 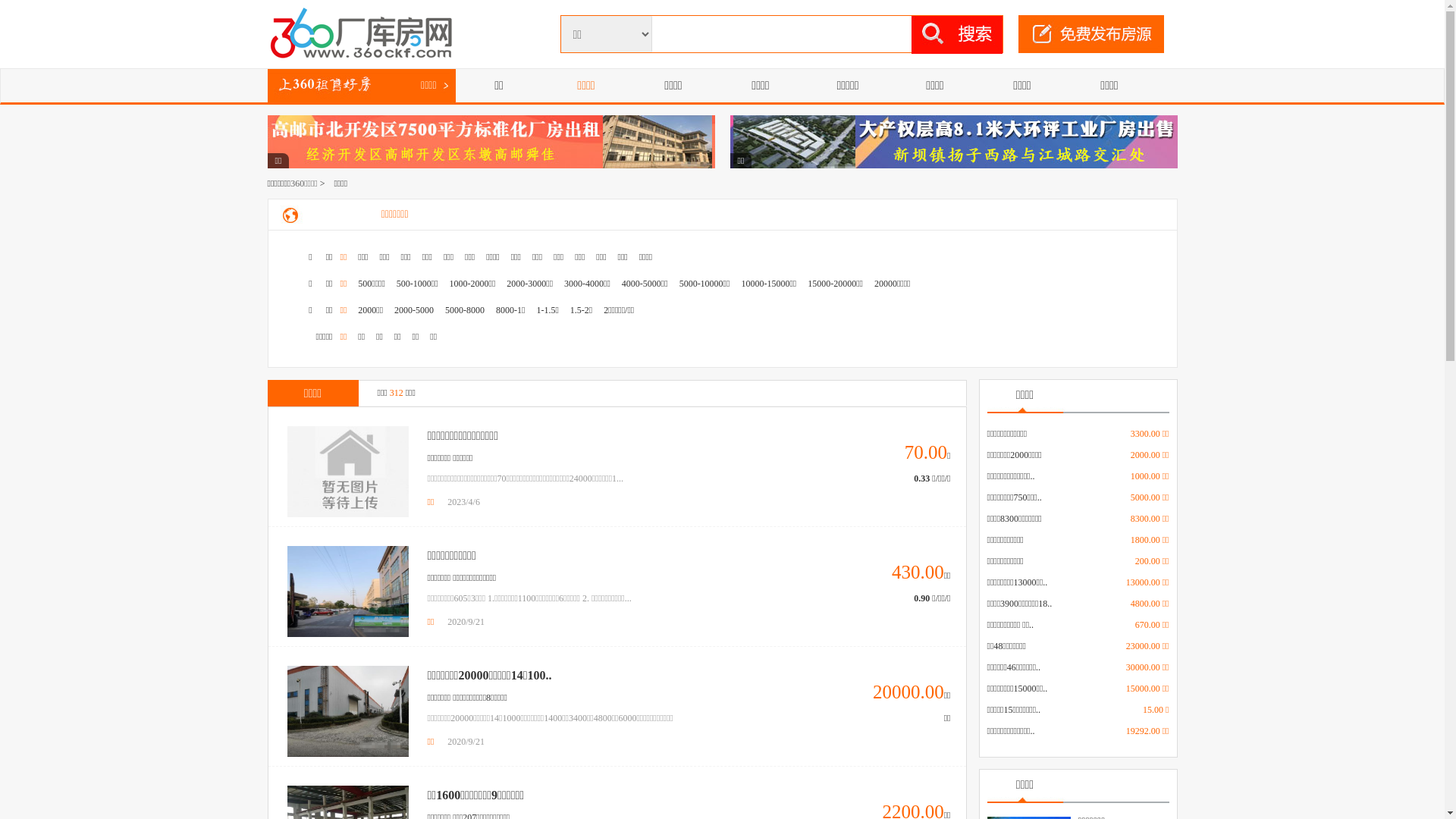 What do you see at coordinates (414, 309) in the screenshot?
I see `'2000-5000'` at bounding box center [414, 309].